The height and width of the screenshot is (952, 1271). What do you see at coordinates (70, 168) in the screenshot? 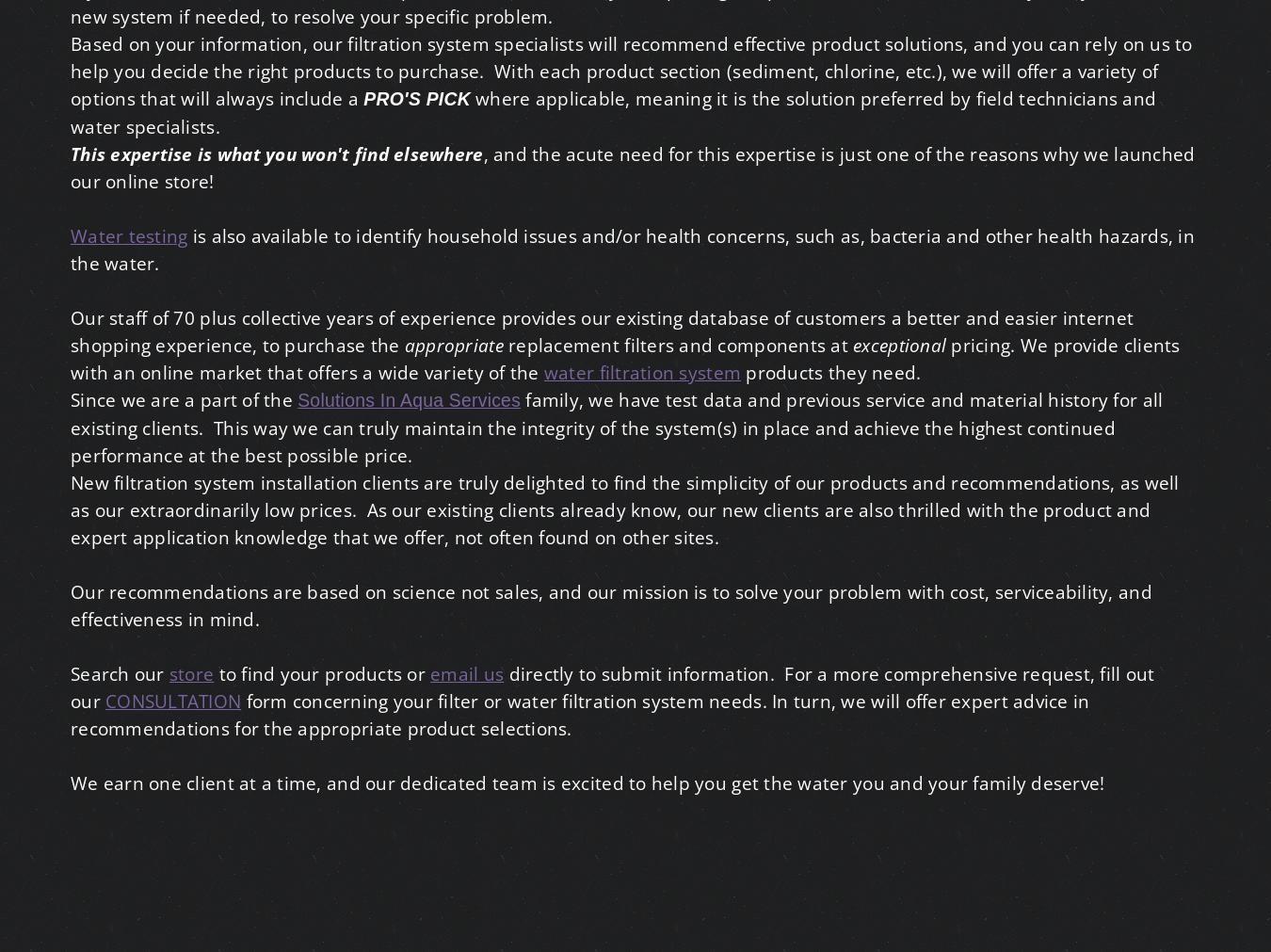
I see `', and the acute need for this expertise is just one of the reasons why we launched our online store!'` at bounding box center [70, 168].